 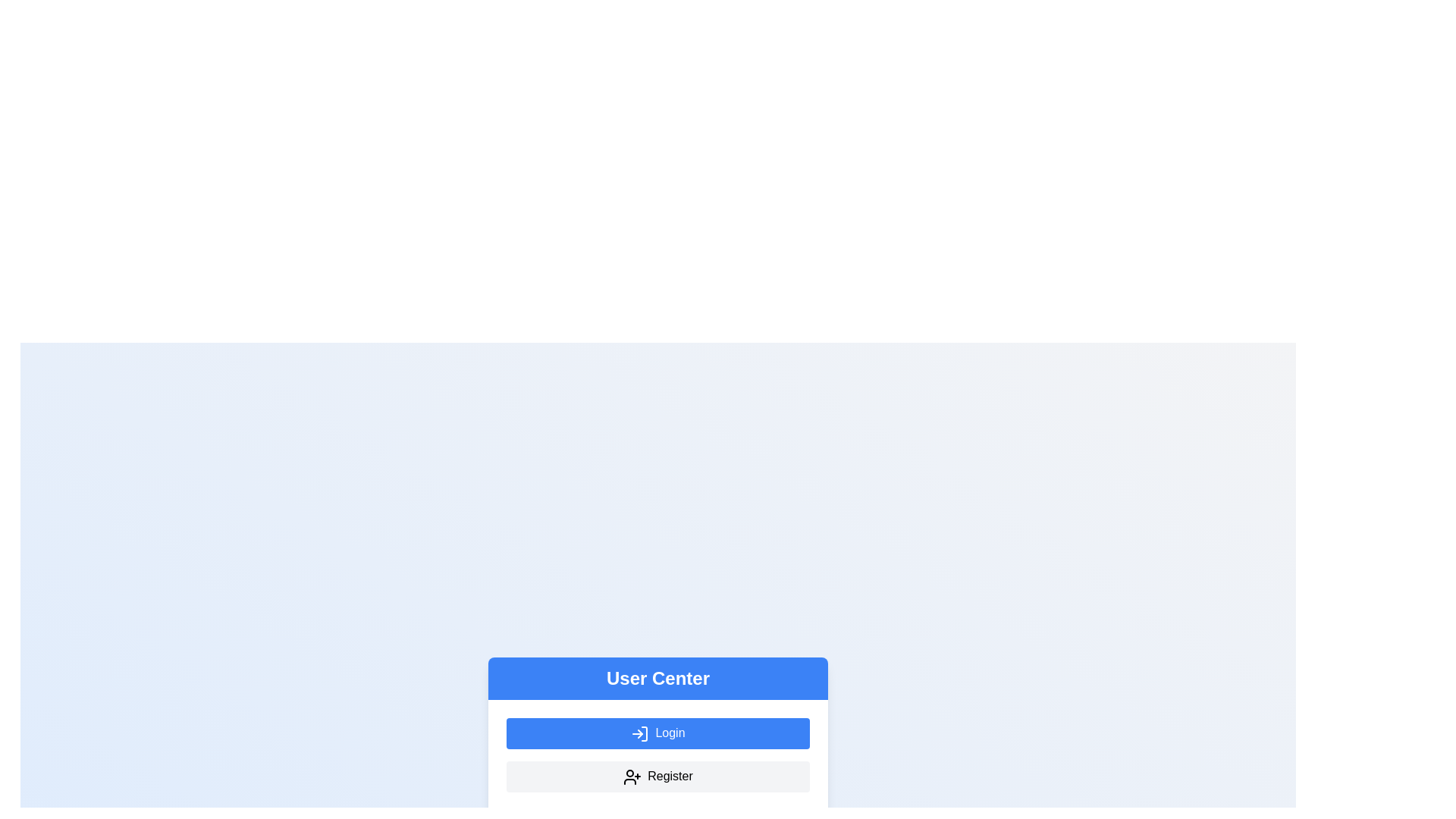 I want to click on the login button located in the center of its section, directly above the 'Register' button and below the 'User Center' heading, so click(x=658, y=733).